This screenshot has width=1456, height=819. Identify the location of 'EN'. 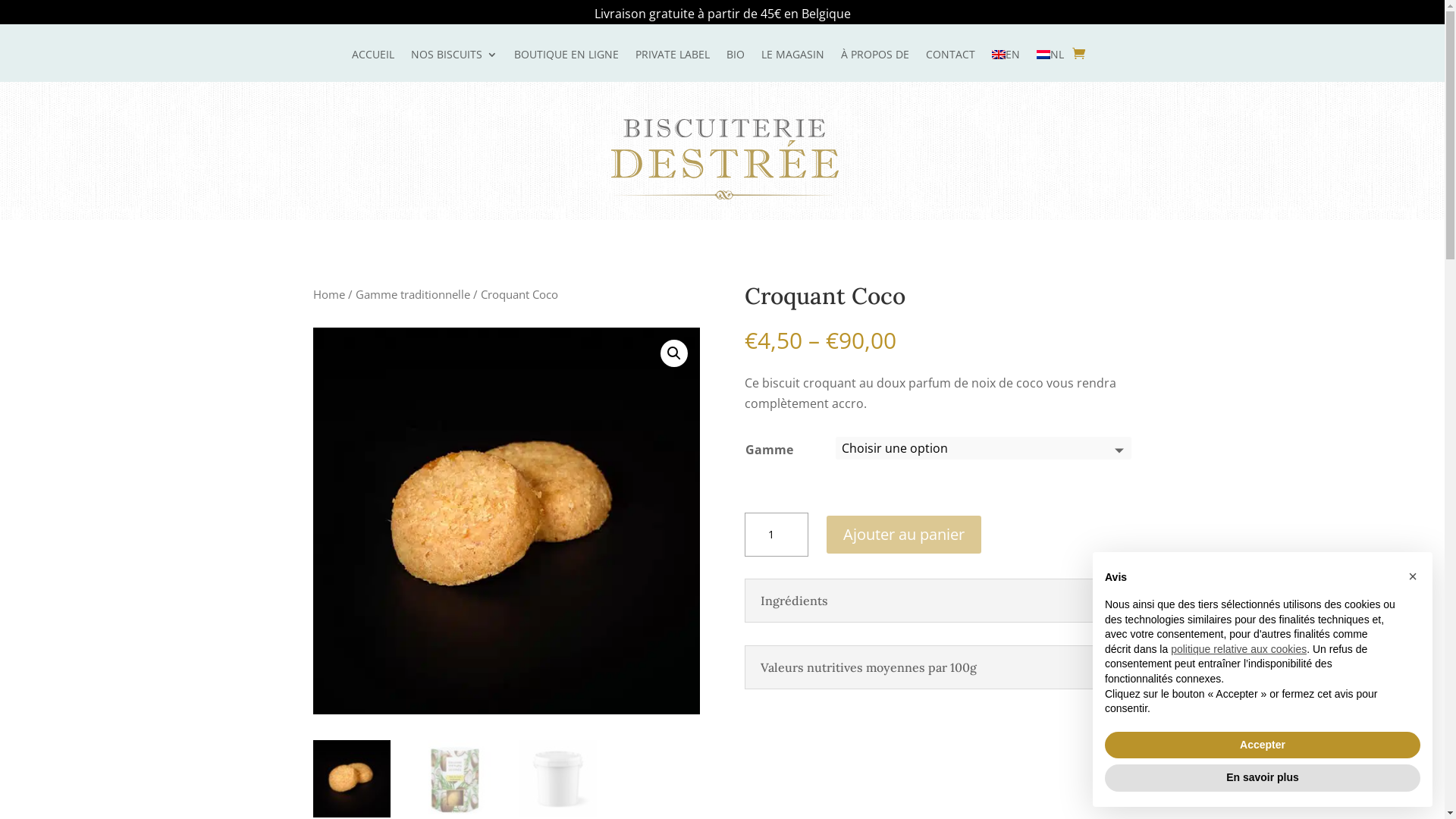
(1006, 64).